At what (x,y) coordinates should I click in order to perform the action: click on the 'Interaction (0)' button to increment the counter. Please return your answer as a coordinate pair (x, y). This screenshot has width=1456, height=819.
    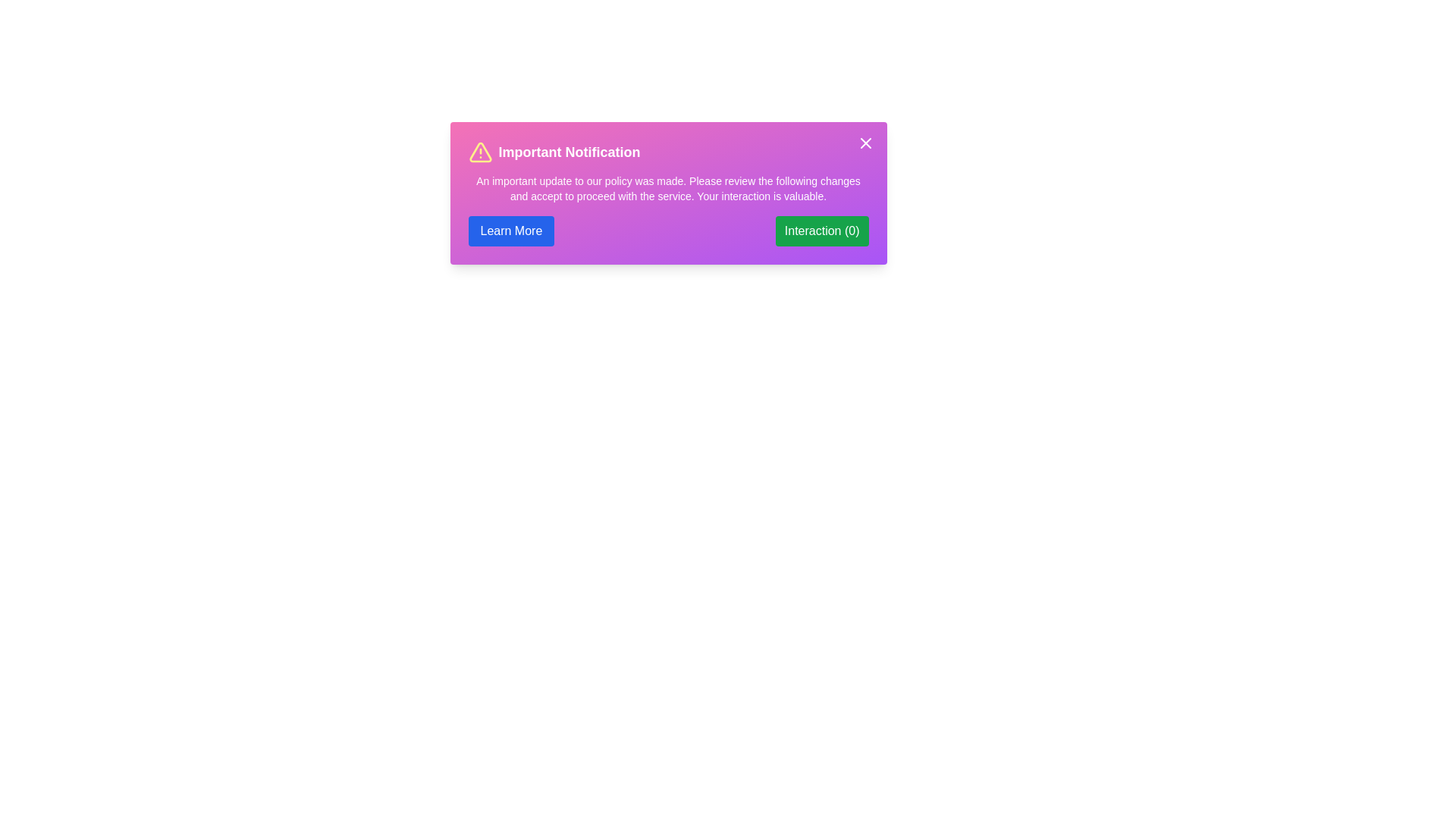
    Looking at the image, I should click on (821, 231).